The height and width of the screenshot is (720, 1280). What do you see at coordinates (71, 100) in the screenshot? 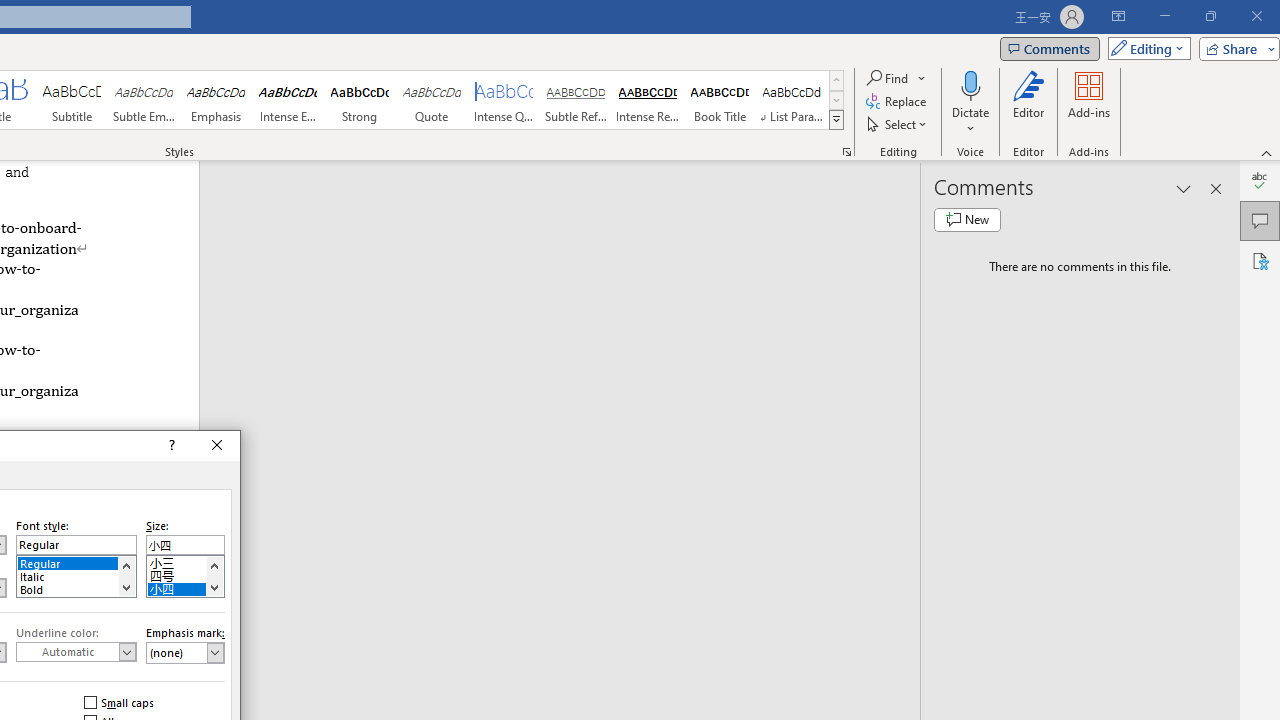
I see `'Subtitle'` at bounding box center [71, 100].